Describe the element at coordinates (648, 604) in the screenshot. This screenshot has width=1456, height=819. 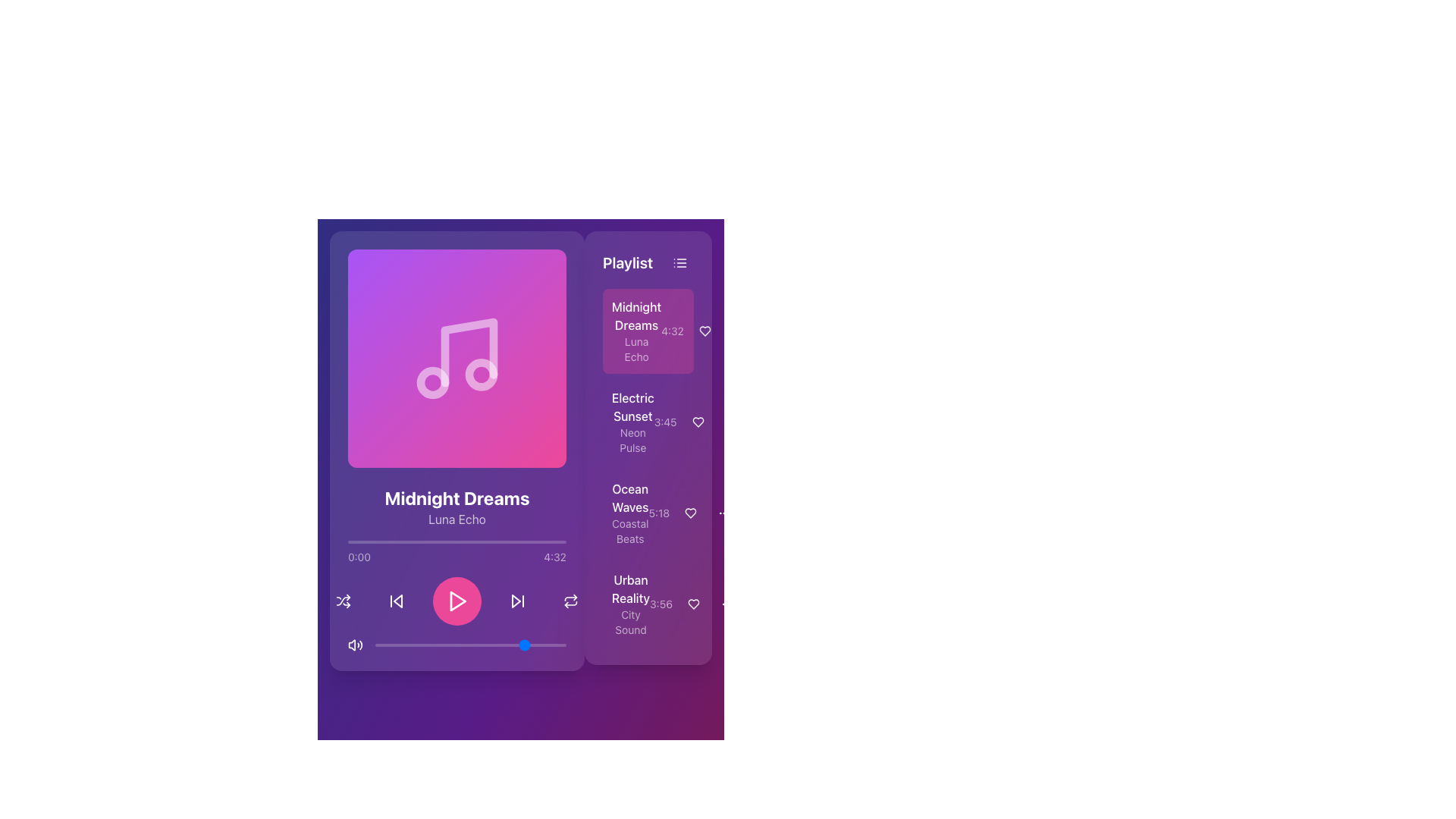
I see `the fourth song item in the playlist titled 'Urban Reality'` at that location.